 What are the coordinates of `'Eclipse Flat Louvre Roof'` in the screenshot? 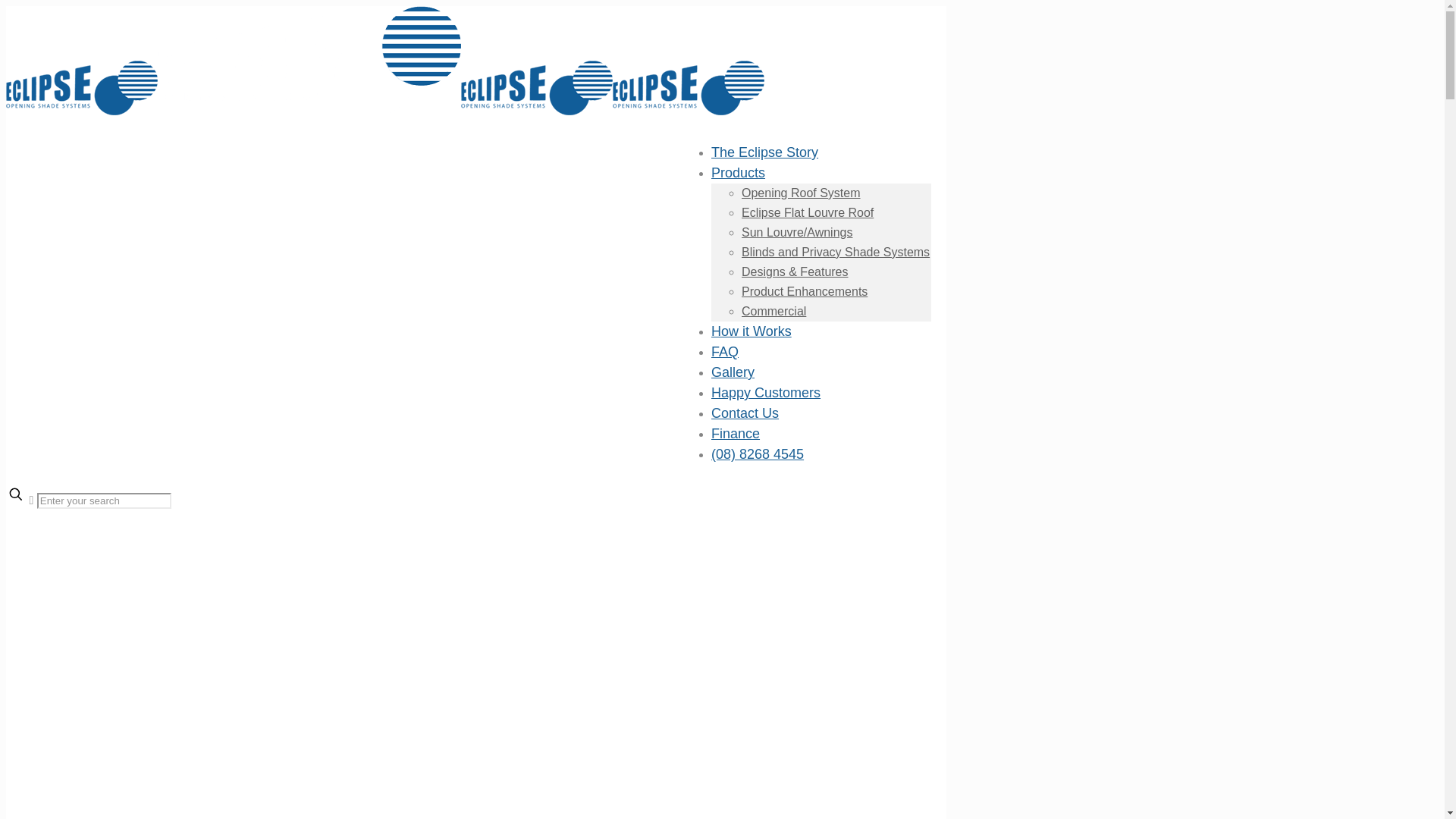 It's located at (807, 212).